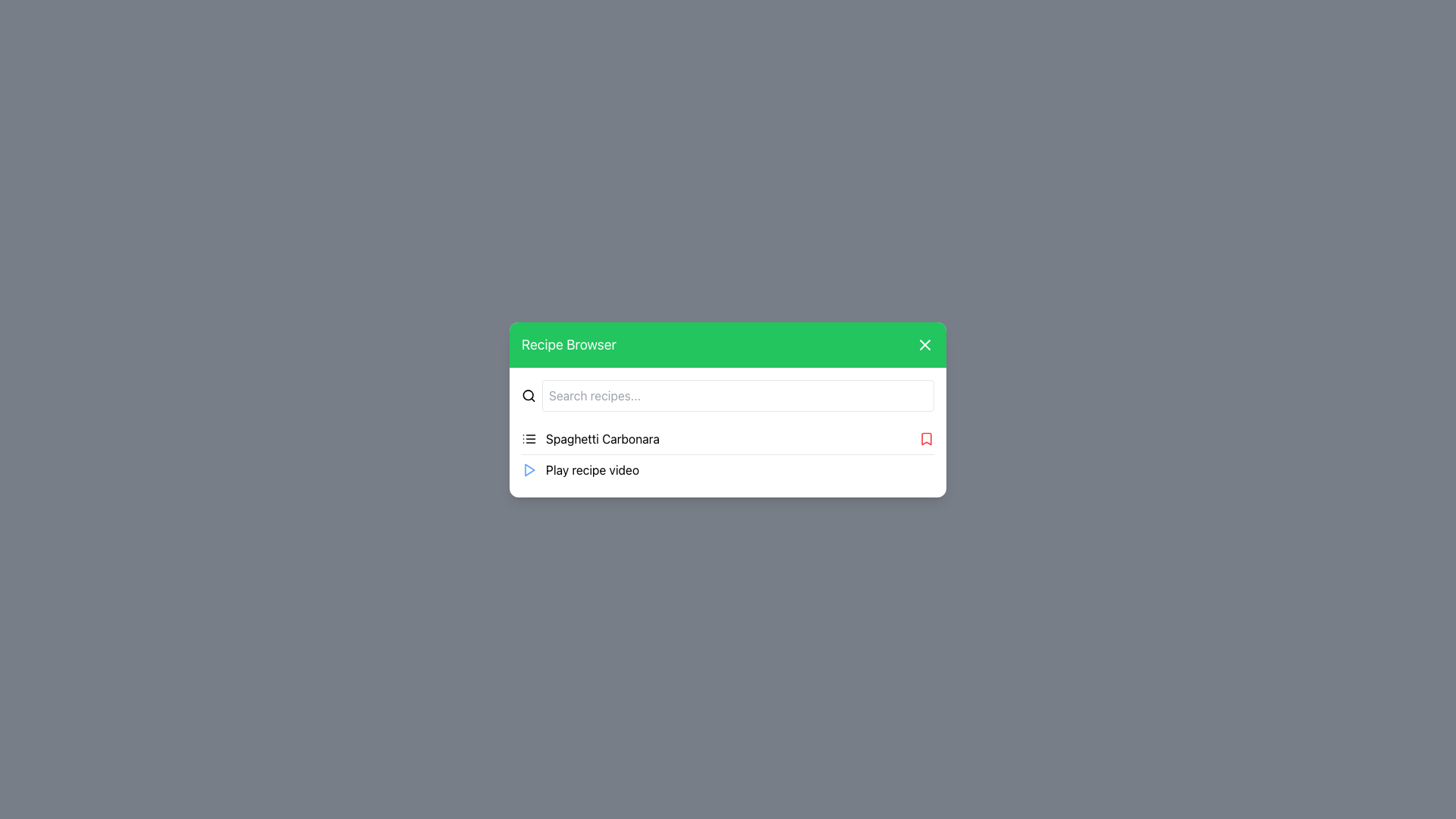 Image resolution: width=1456 pixels, height=819 pixels. Describe the element at coordinates (924, 344) in the screenshot. I see `the close button located at the top-right corner of the green header bar of the Recipe Browser interface` at that location.